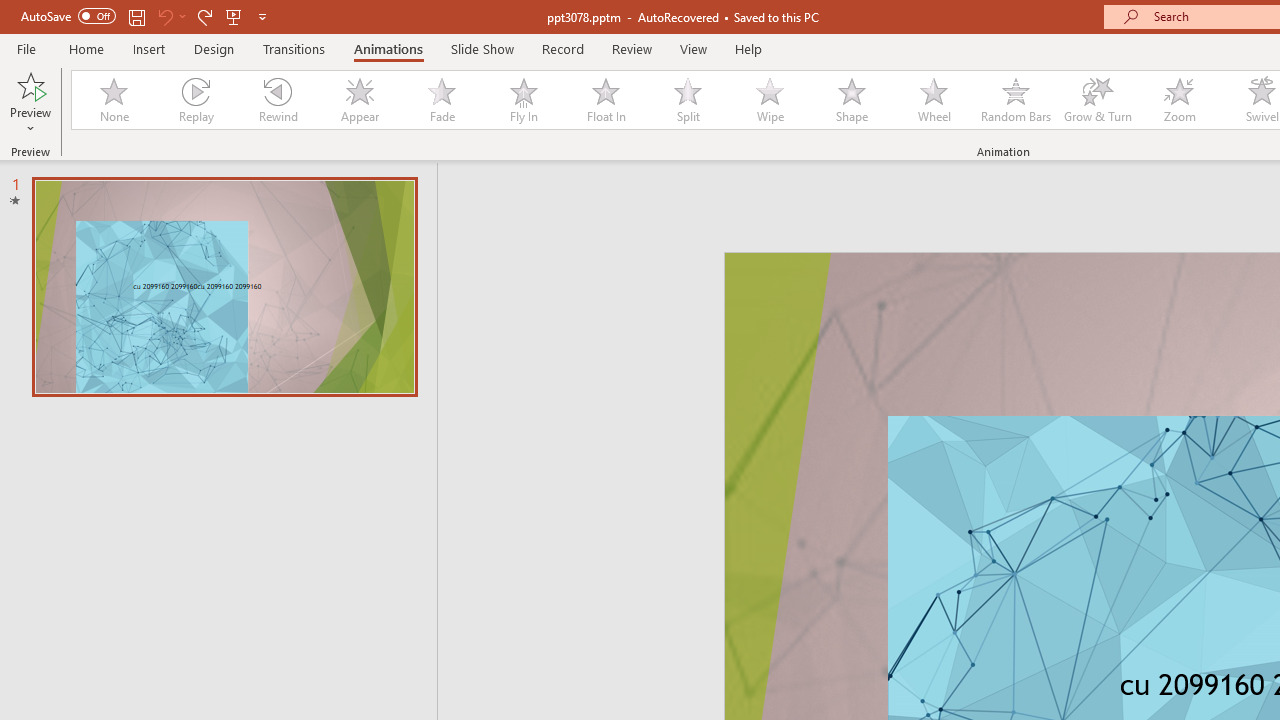 The image size is (1280, 720). What do you see at coordinates (30, 84) in the screenshot?
I see `'Preview'` at bounding box center [30, 84].